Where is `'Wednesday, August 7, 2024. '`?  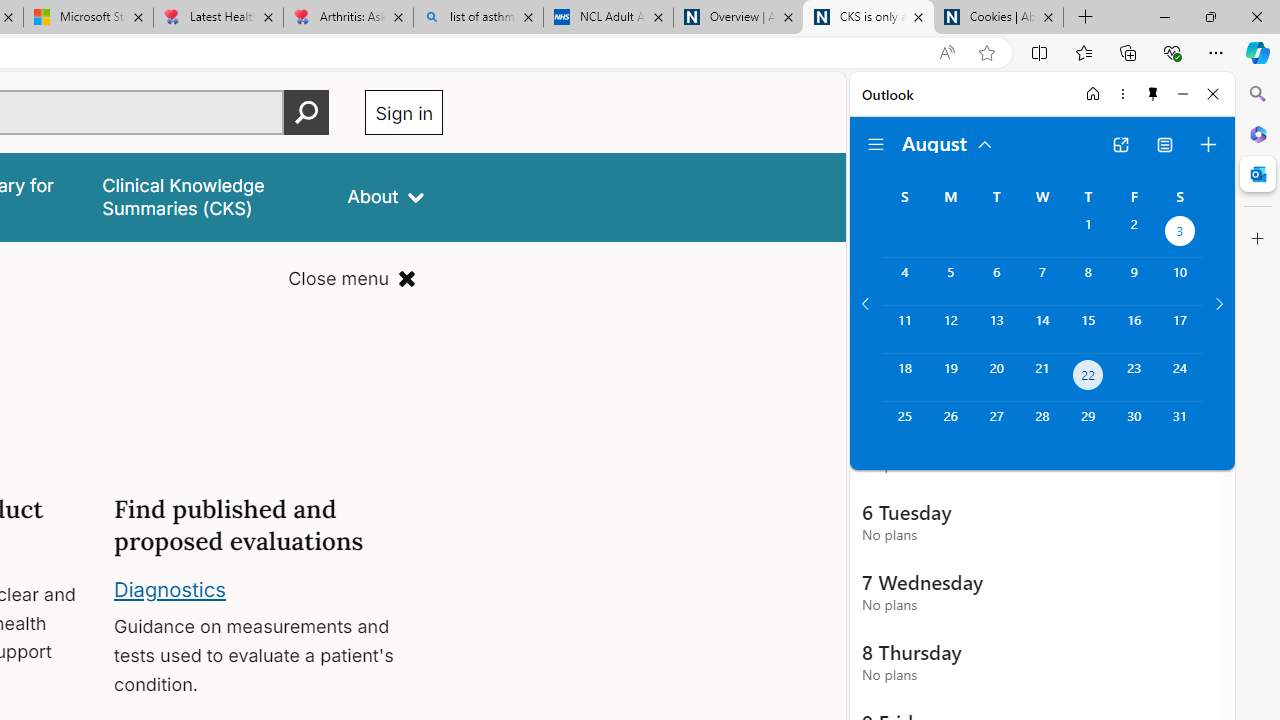 'Wednesday, August 7, 2024. ' is located at coordinates (1041, 281).